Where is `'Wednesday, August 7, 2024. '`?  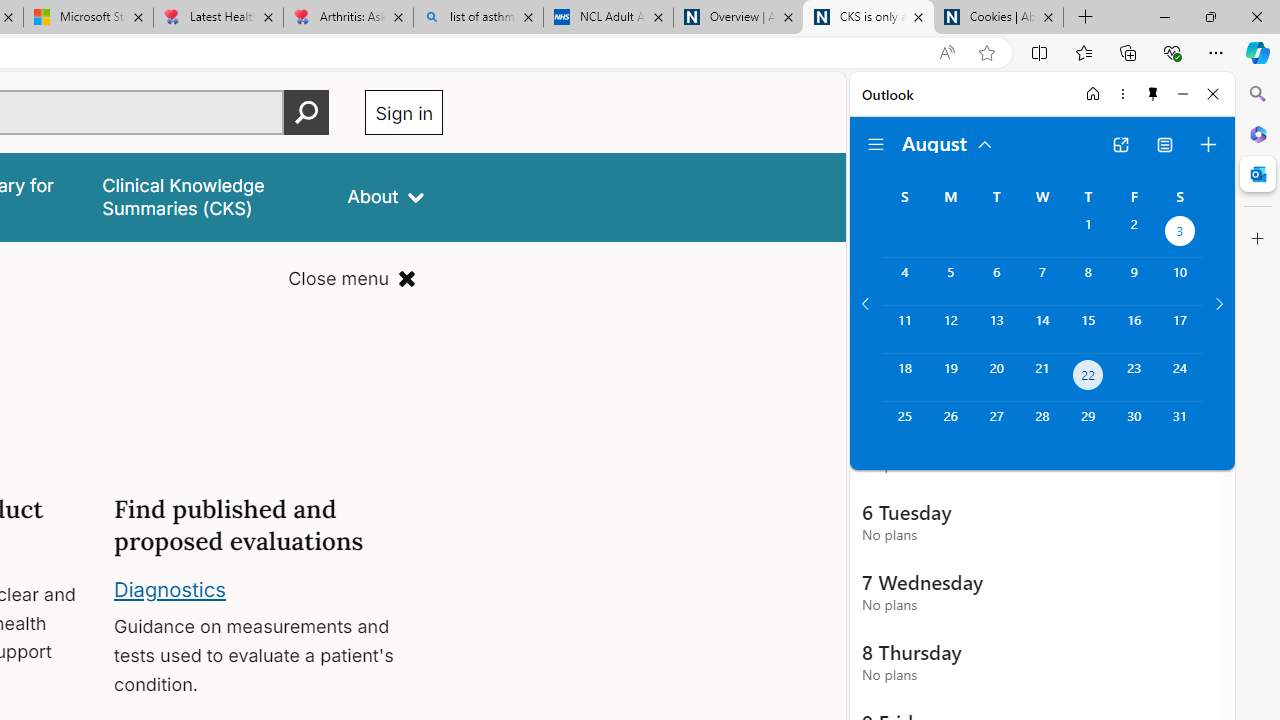 'Wednesday, August 7, 2024. ' is located at coordinates (1041, 281).